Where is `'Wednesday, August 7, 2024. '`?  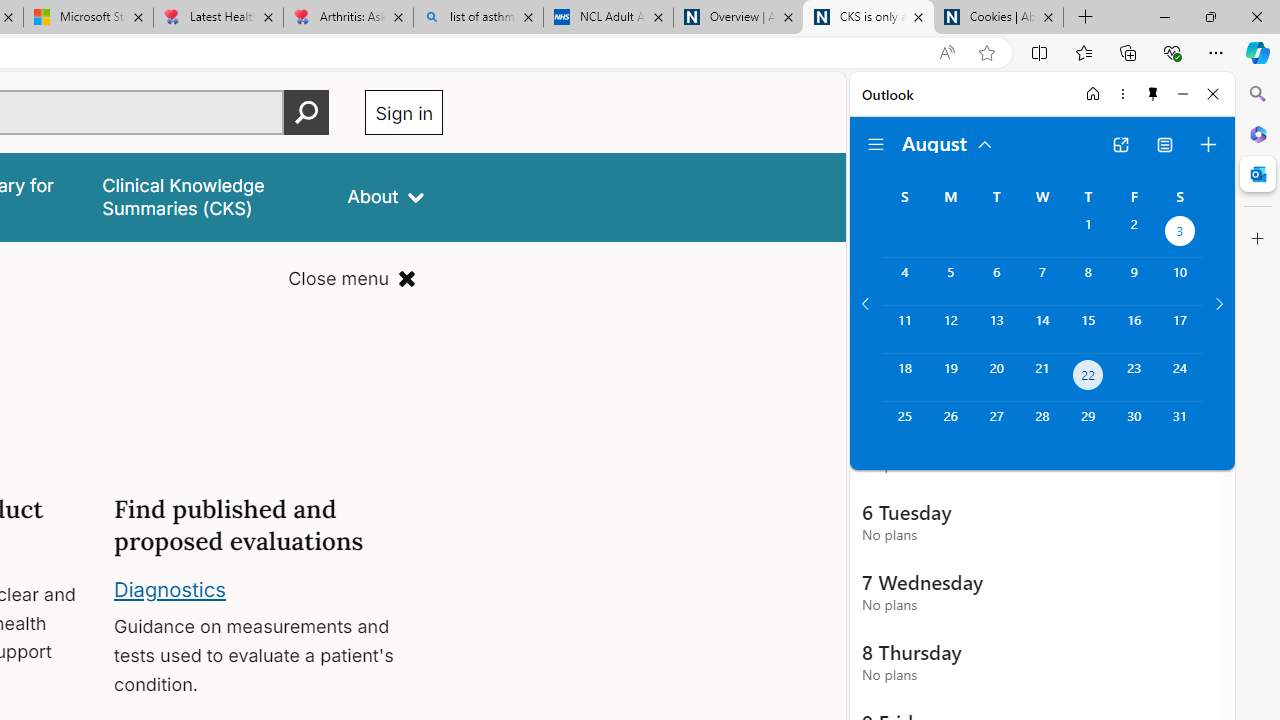 'Wednesday, August 7, 2024. ' is located at coordinates (1041, 281).